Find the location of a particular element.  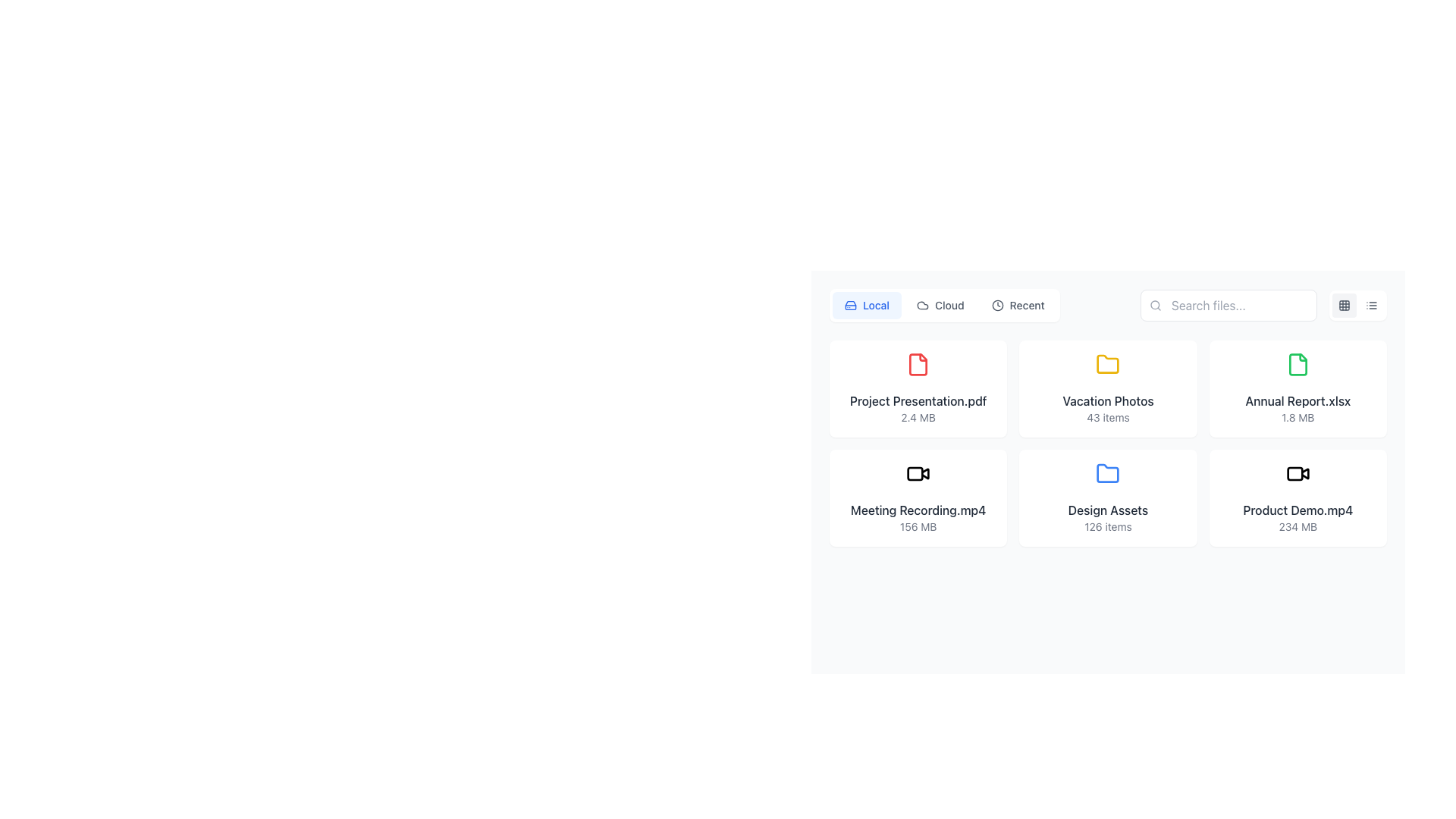

the purple outlined video camera icon at the top center of the 'Product Demo.mp4' file representation is located at coordinates (1297, 472).